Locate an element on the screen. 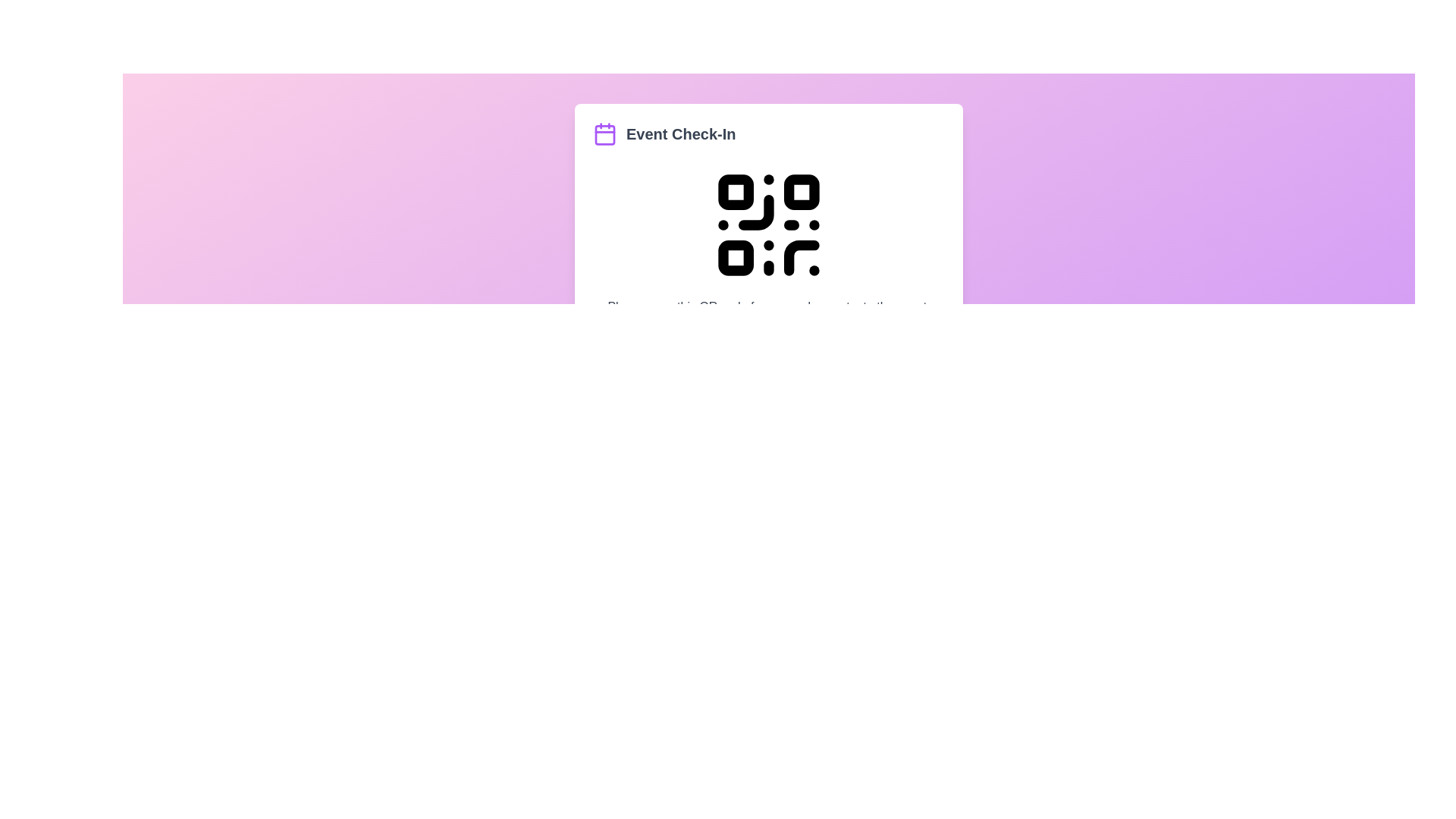  the QR code displayed prominently in black within a white card area, which is centered on a purple background, if interactive features are implemented is located at coordinates (768, 225).